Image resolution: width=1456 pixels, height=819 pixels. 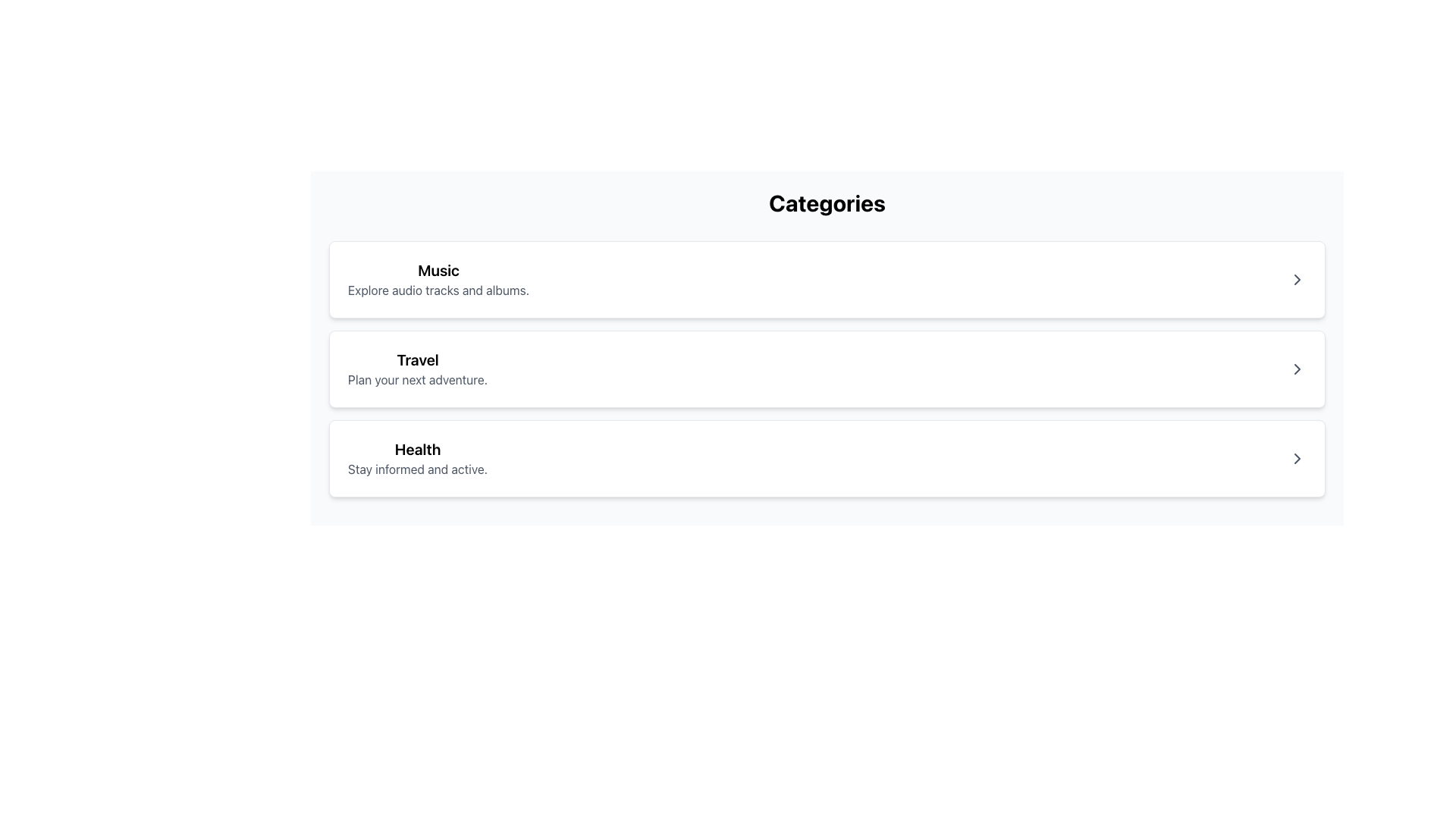 What do you see at coordinates (1296, 458) in the screenshot?
I see `the rightward-pointing chevron icon located on the far right side of the 'Health' category list item within the 'Categories' section` at bounding box center [1296, 458].